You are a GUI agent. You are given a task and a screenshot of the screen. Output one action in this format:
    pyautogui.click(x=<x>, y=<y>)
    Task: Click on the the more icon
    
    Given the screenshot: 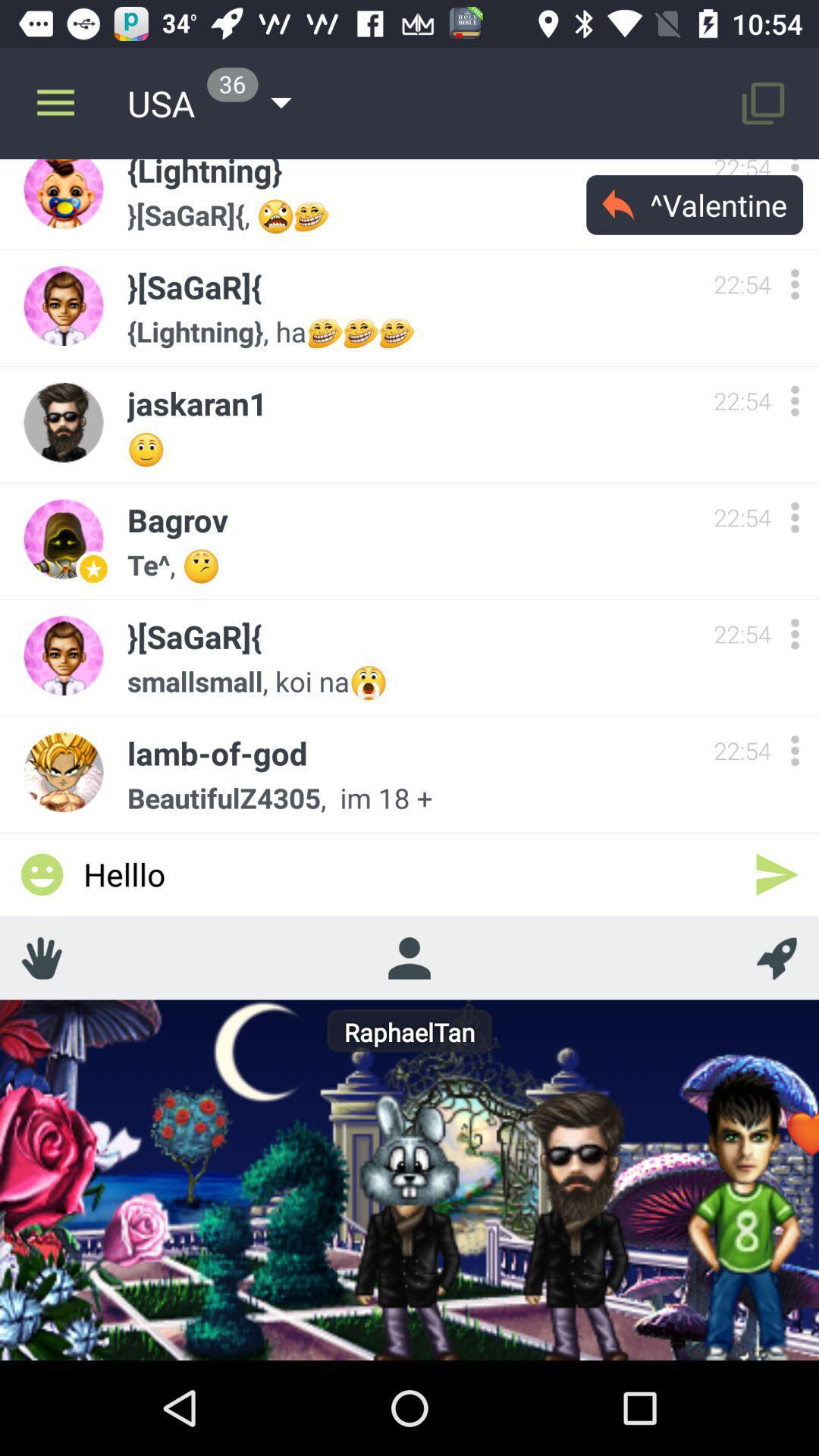 What is the action you would take?
    pyautogui.click(x=794, y=750)
    